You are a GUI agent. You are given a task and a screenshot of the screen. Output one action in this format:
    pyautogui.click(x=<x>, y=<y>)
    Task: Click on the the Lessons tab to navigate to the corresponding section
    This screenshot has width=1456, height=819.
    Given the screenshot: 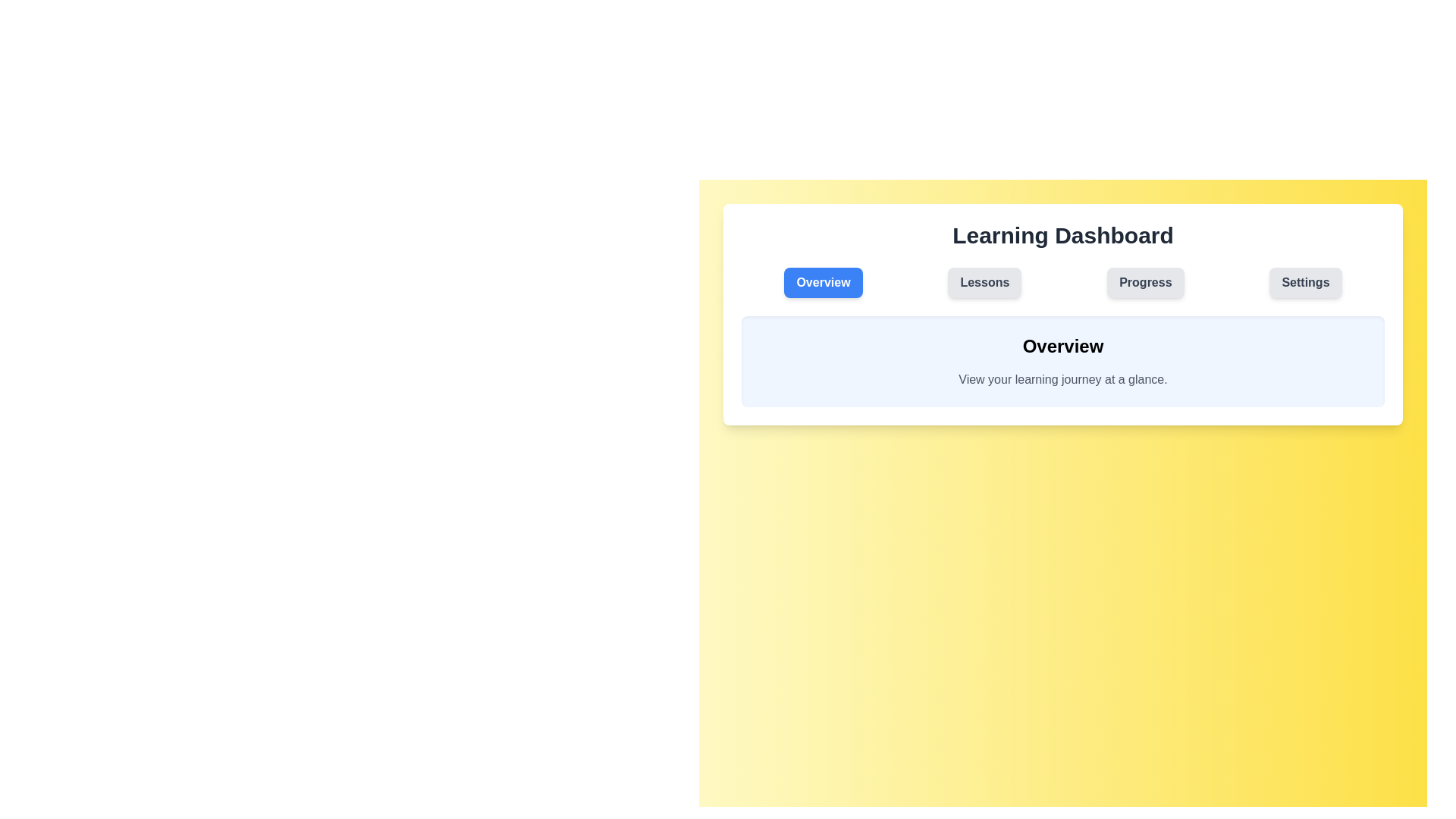 What is the action you would take?
    pyautogui.click(x=984, y=283)
    